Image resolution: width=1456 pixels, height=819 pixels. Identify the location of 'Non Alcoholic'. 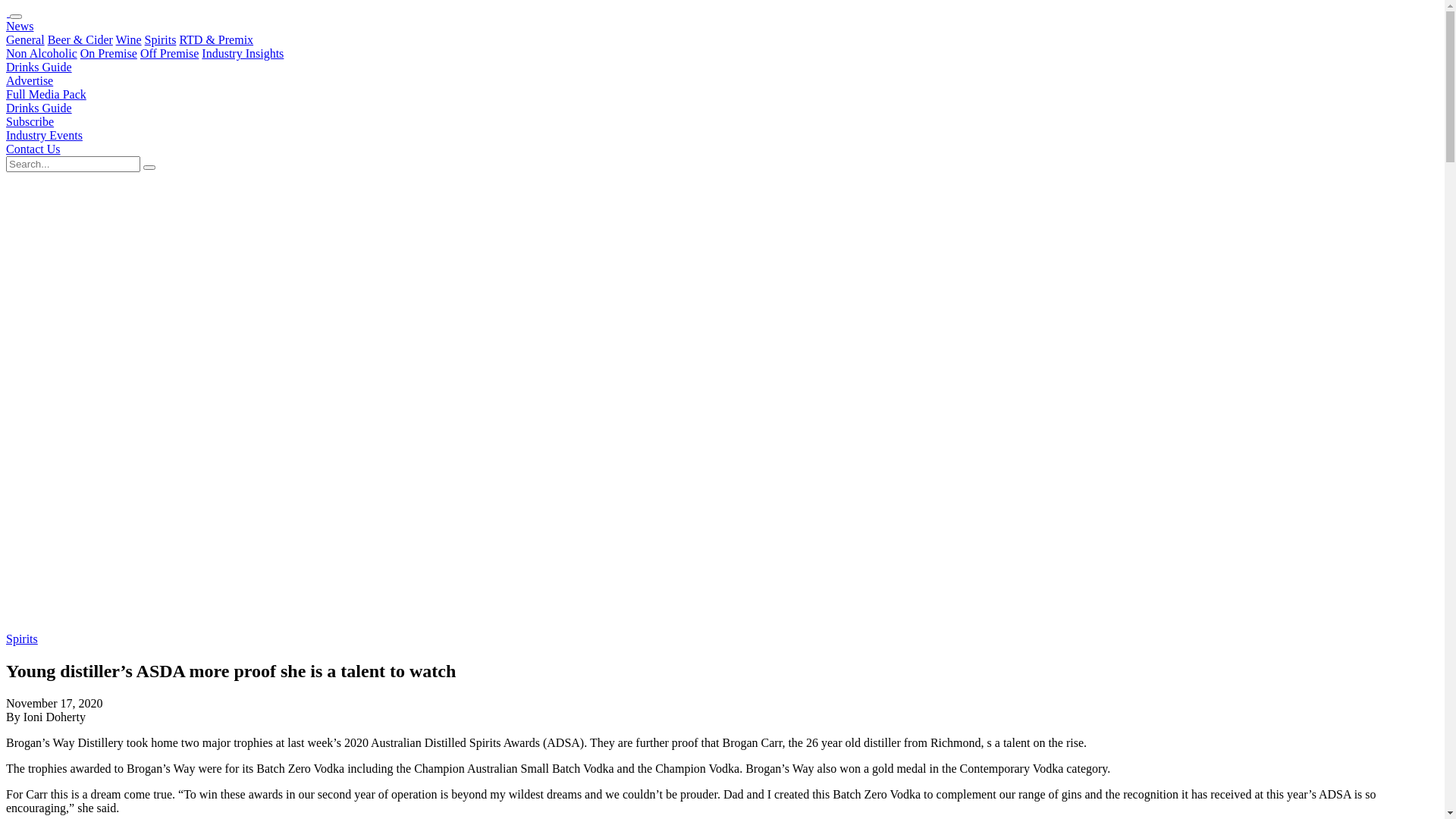
(41, 52).